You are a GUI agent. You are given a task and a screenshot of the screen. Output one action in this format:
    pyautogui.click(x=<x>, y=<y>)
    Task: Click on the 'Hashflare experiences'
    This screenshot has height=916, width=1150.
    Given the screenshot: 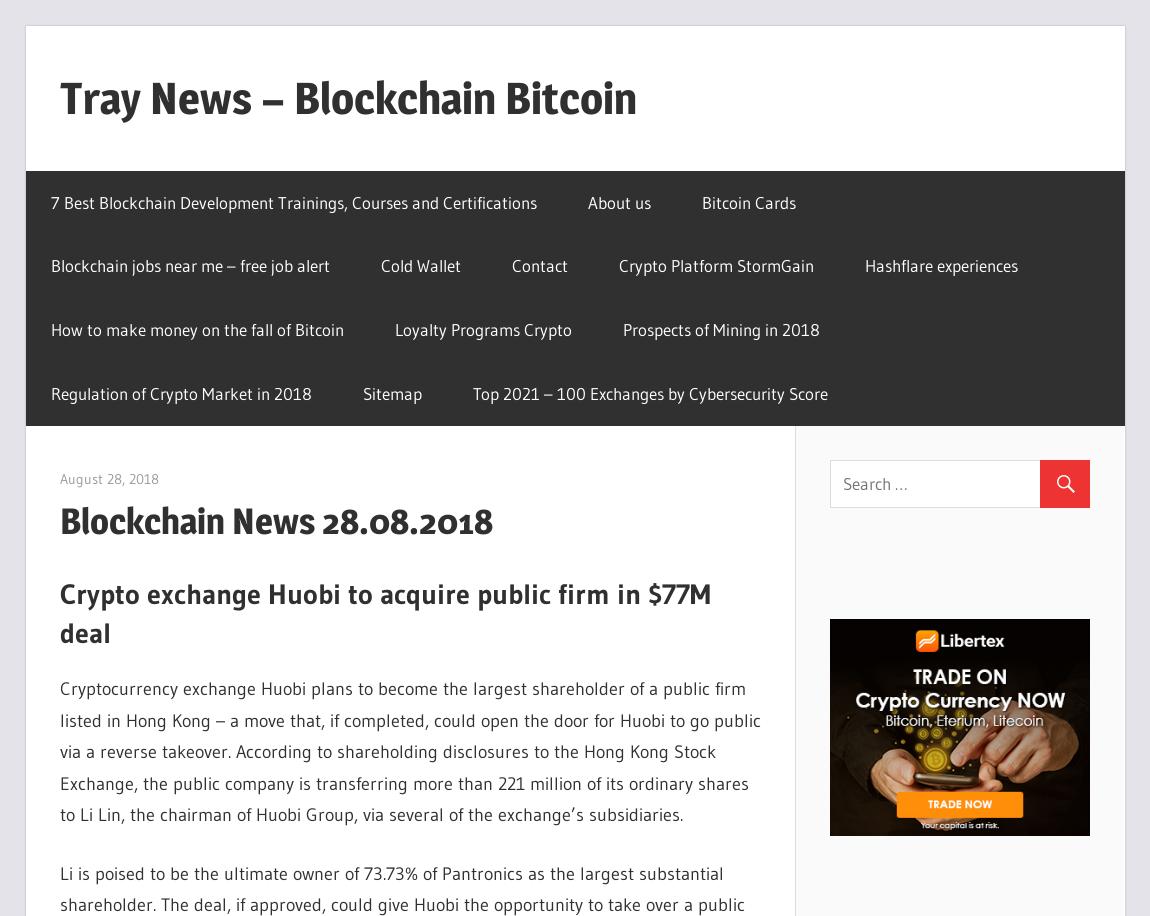 What is the action you would take?
    pyautogui.click(x=941, y=265)
    